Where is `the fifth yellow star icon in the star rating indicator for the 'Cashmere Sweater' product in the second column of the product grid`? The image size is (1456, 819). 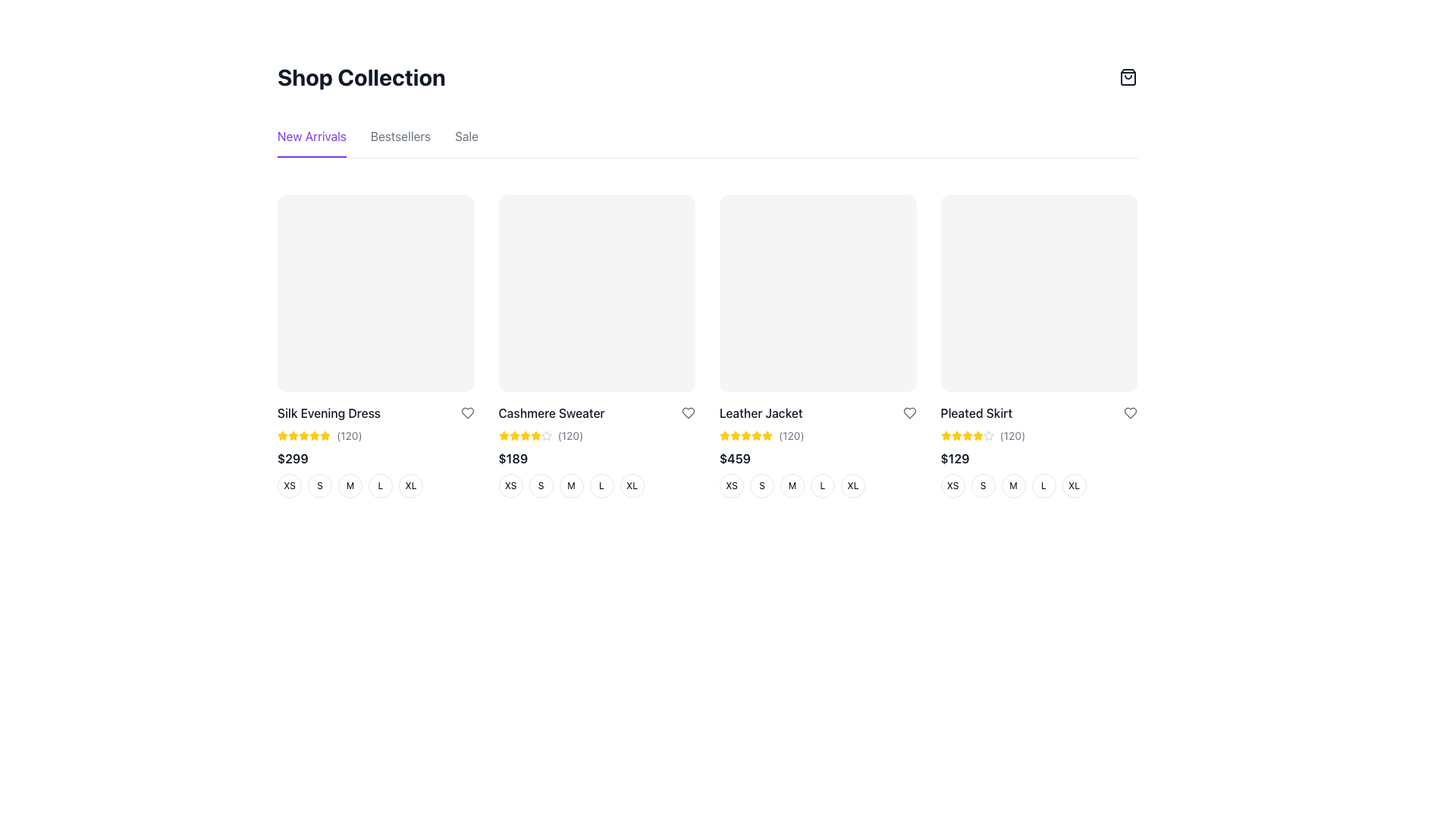
the fifth yellow star icon in the star rating indicator for the 'Cashmere Sweater' product in the second column of the product grid is located at coordinates (535, 435).